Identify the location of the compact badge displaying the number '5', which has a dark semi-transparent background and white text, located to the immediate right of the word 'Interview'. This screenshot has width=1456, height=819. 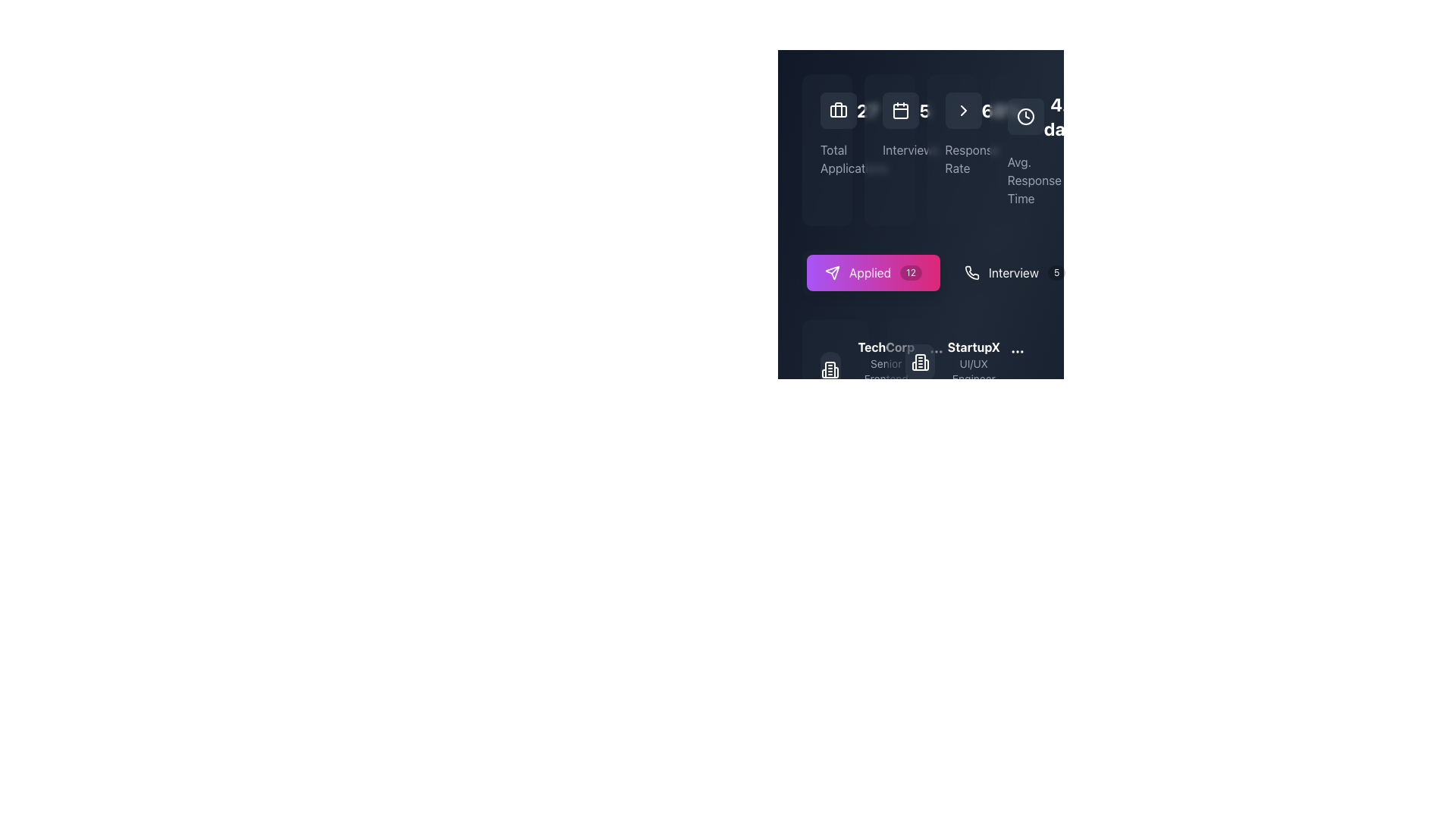
(1056, 271).